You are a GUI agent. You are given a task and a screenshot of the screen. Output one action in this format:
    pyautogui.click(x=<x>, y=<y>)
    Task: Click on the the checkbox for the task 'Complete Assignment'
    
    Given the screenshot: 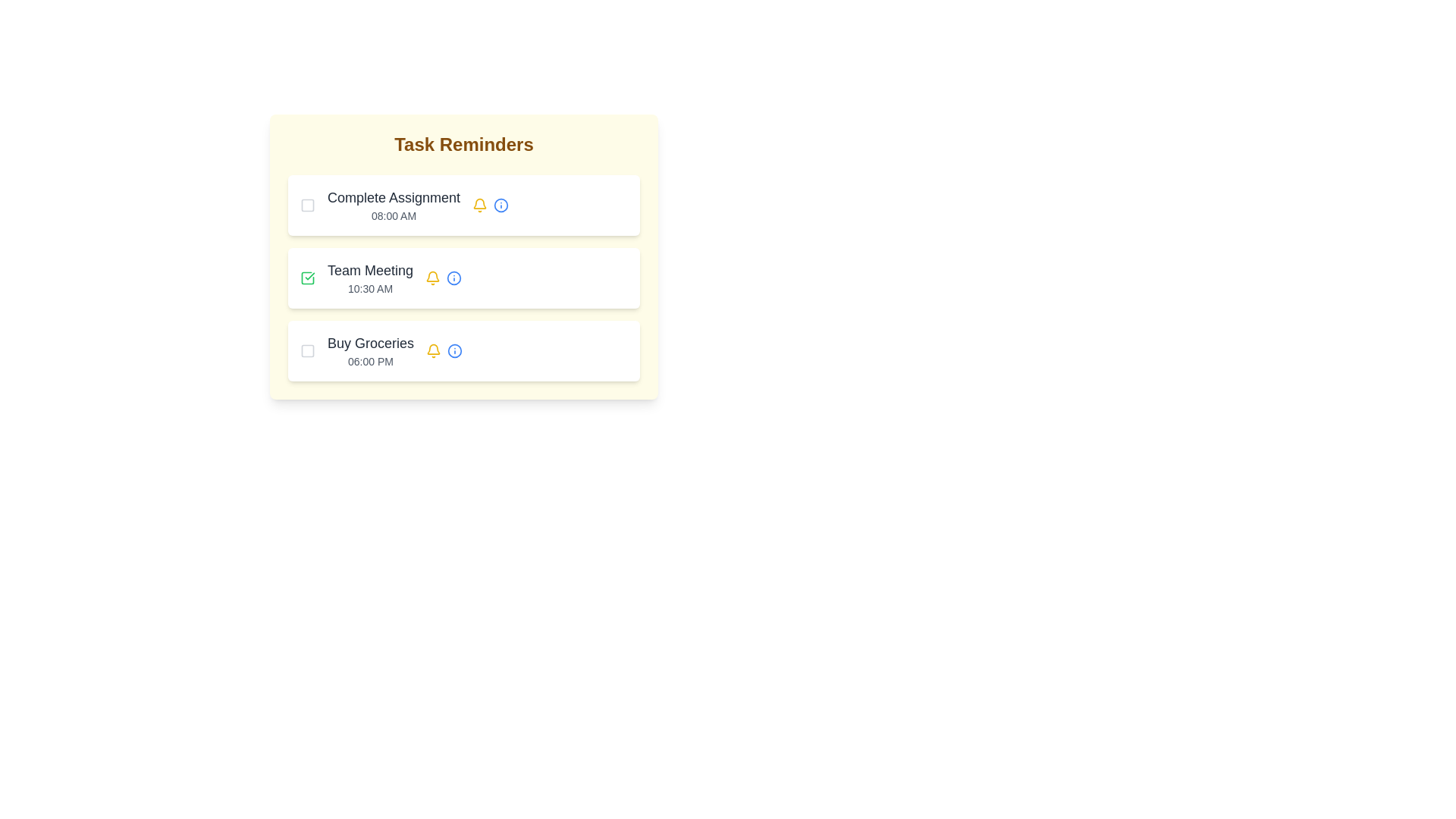 What is the action you would take?
    pyautogui.click(x=307, y=205)
    